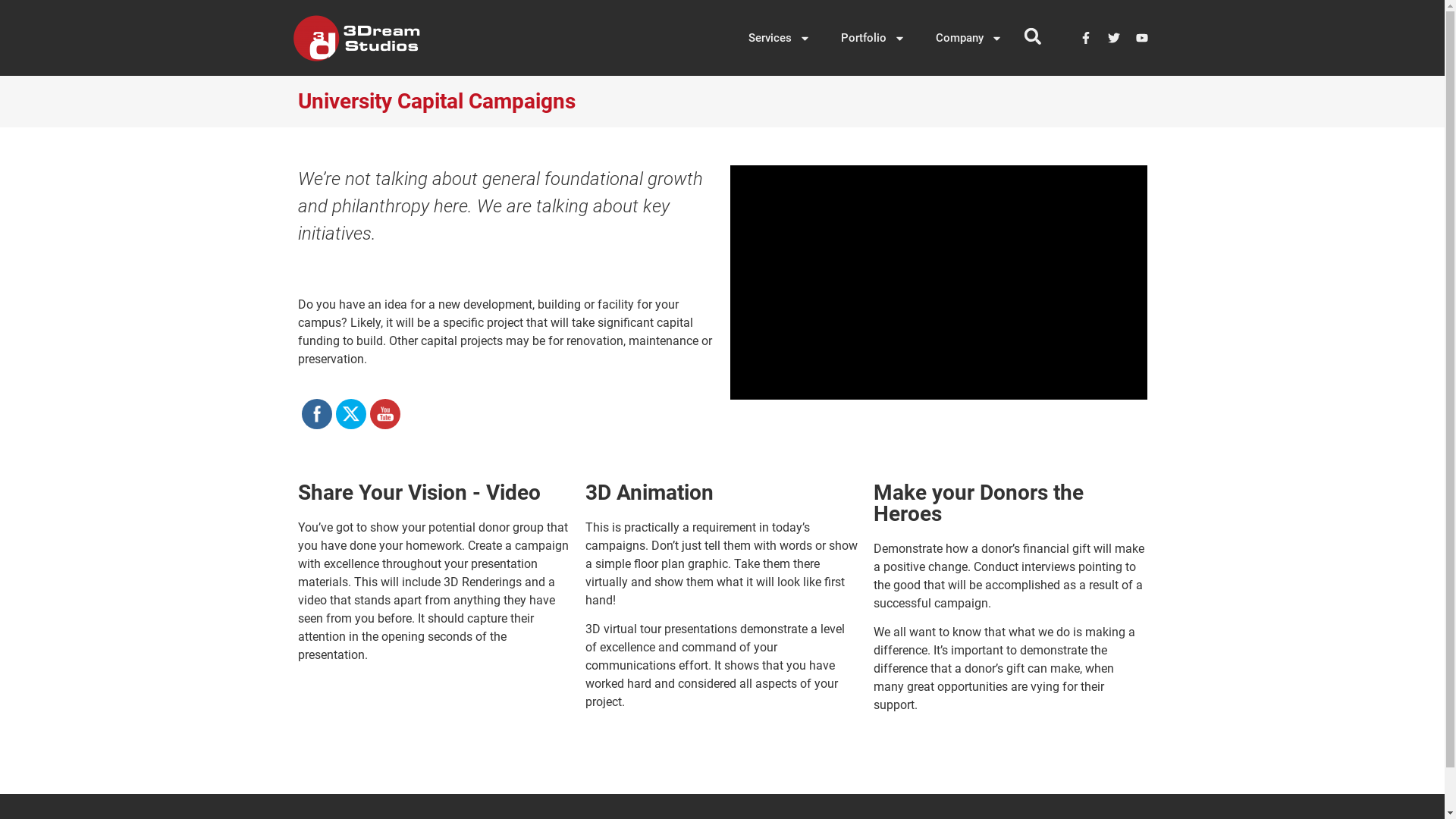  What do you see at coordinates (937, 282) in the screenshot?
I see `'vimeo Video Player'` at bounding box center [937, 282].